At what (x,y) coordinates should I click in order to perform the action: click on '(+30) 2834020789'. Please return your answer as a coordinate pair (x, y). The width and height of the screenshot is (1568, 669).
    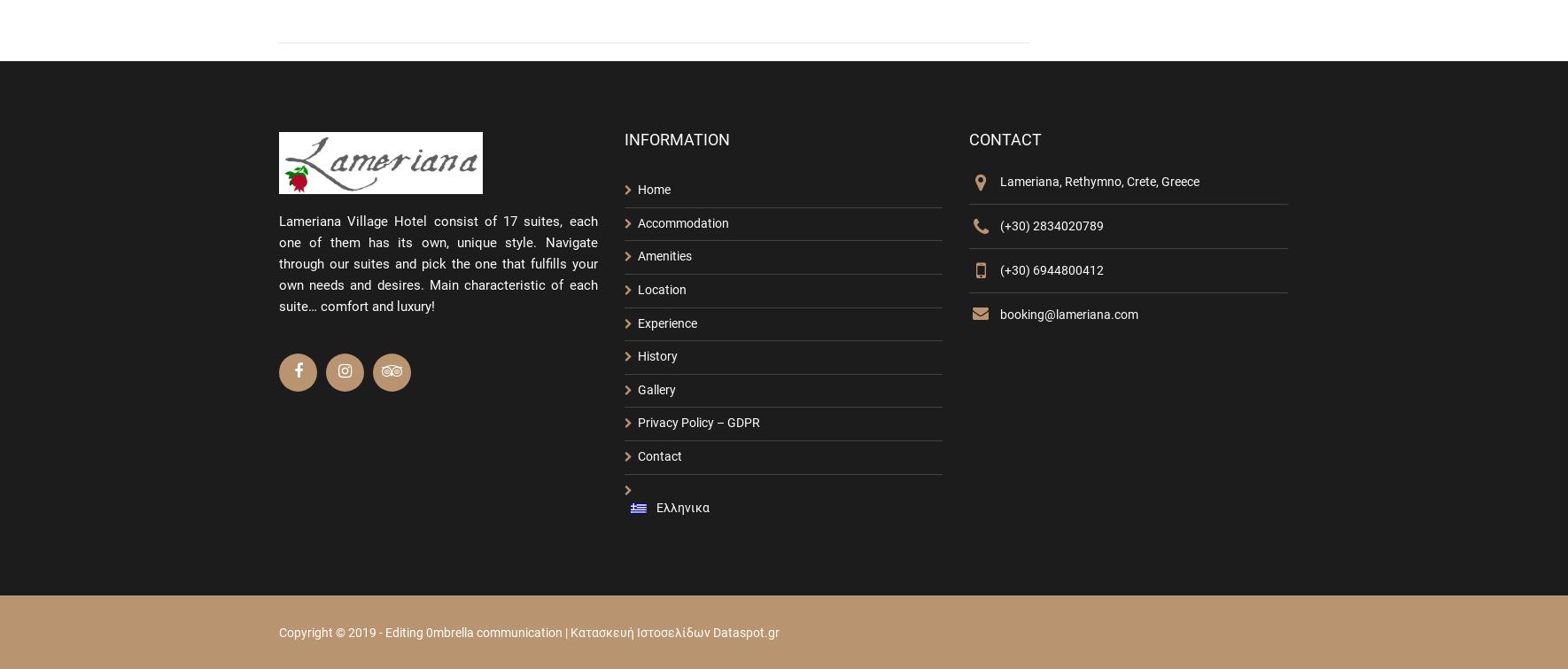
    Looking at the image, I should click on (1051, 225).